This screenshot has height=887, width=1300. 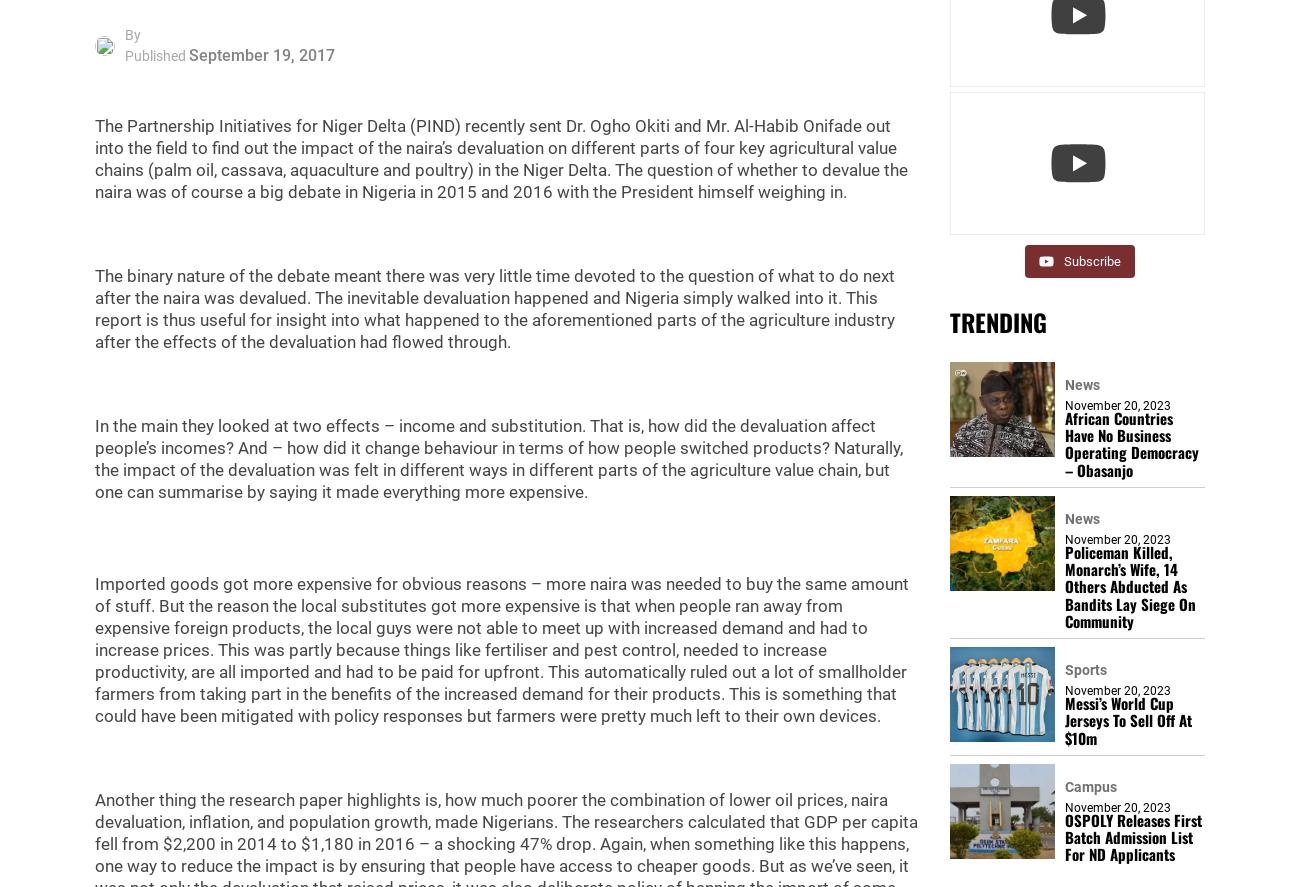 I want to click on 'The binary nature of the debate meant there was very little time devoted to the question of what to do next after the naira was devalued. The inevitable devaluation happened and Nigeria simply walked into it. This report is thus useful for insight into what happened to the aforementioned parts of the agriculture industry after the effects of the devaluation had flowed through.', so click(x=495, y=309).